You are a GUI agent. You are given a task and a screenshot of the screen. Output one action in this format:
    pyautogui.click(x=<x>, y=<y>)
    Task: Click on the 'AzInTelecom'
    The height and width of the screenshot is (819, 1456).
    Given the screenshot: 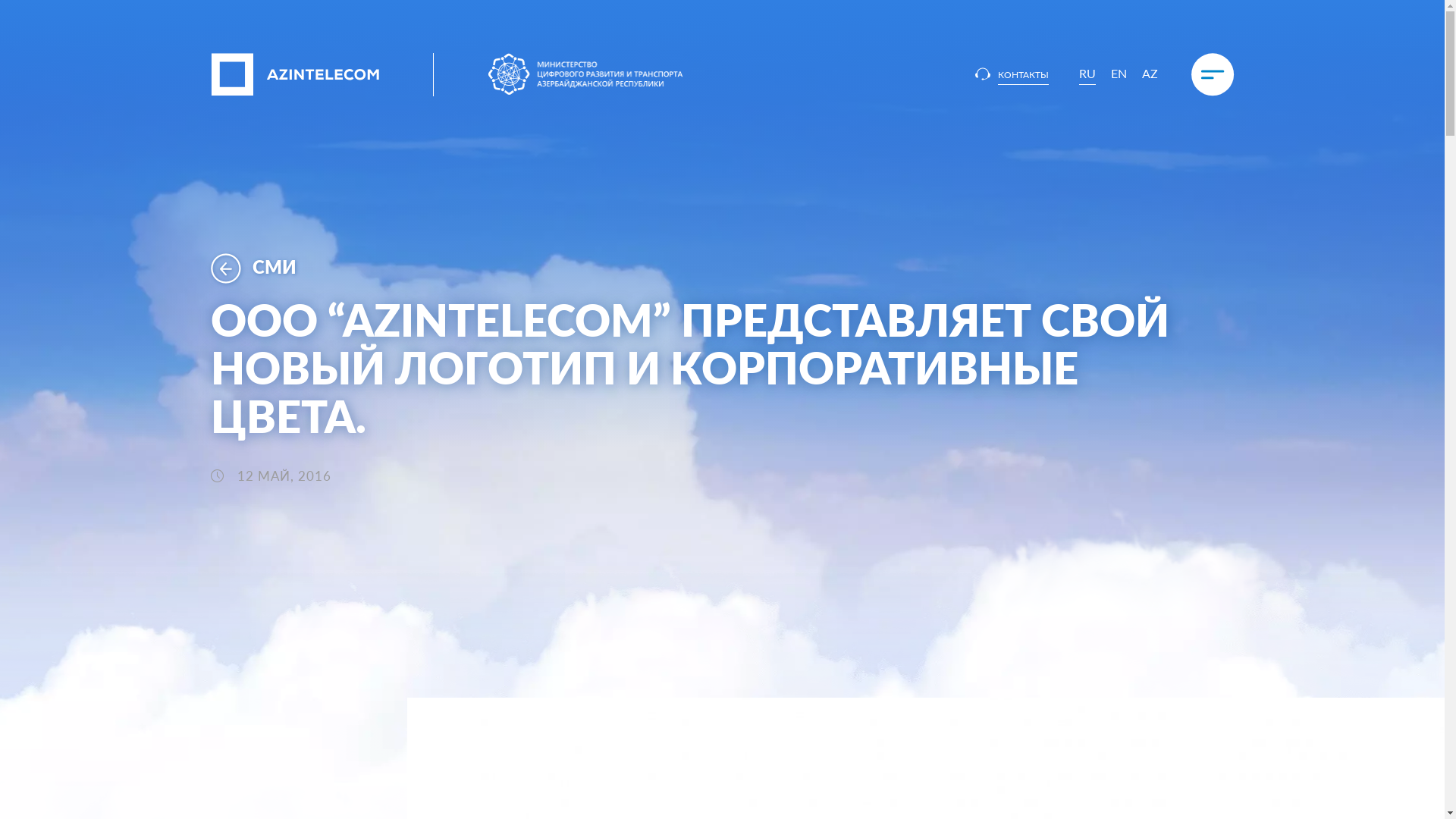 What is the action you would take?
    pyautogui.click(x=295, y=71)
    